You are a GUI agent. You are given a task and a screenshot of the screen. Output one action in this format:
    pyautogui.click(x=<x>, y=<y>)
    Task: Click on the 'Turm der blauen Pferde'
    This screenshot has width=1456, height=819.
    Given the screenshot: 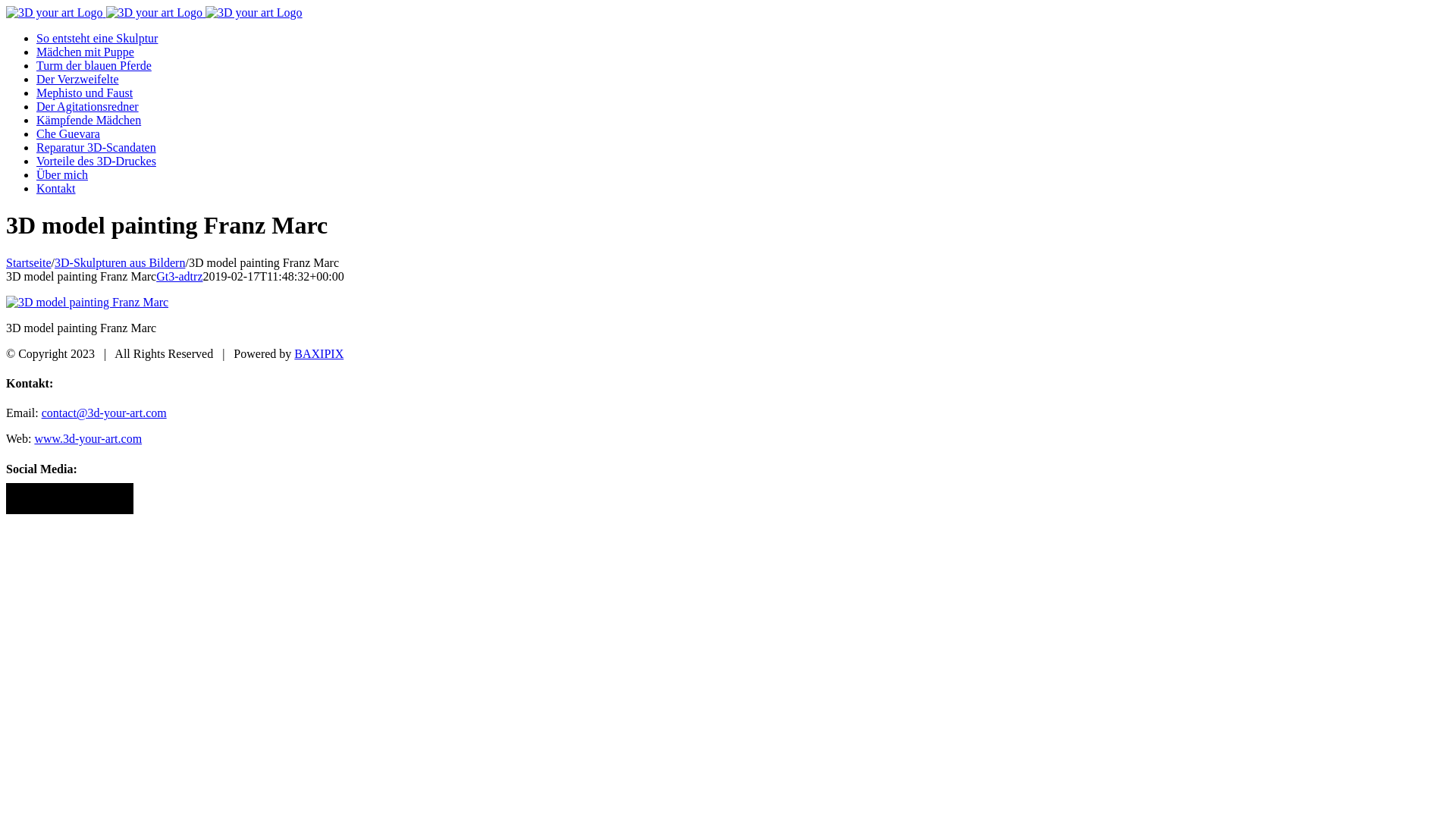 What is the action you would take?
    pyautogui.click(x=93, y=64)
    